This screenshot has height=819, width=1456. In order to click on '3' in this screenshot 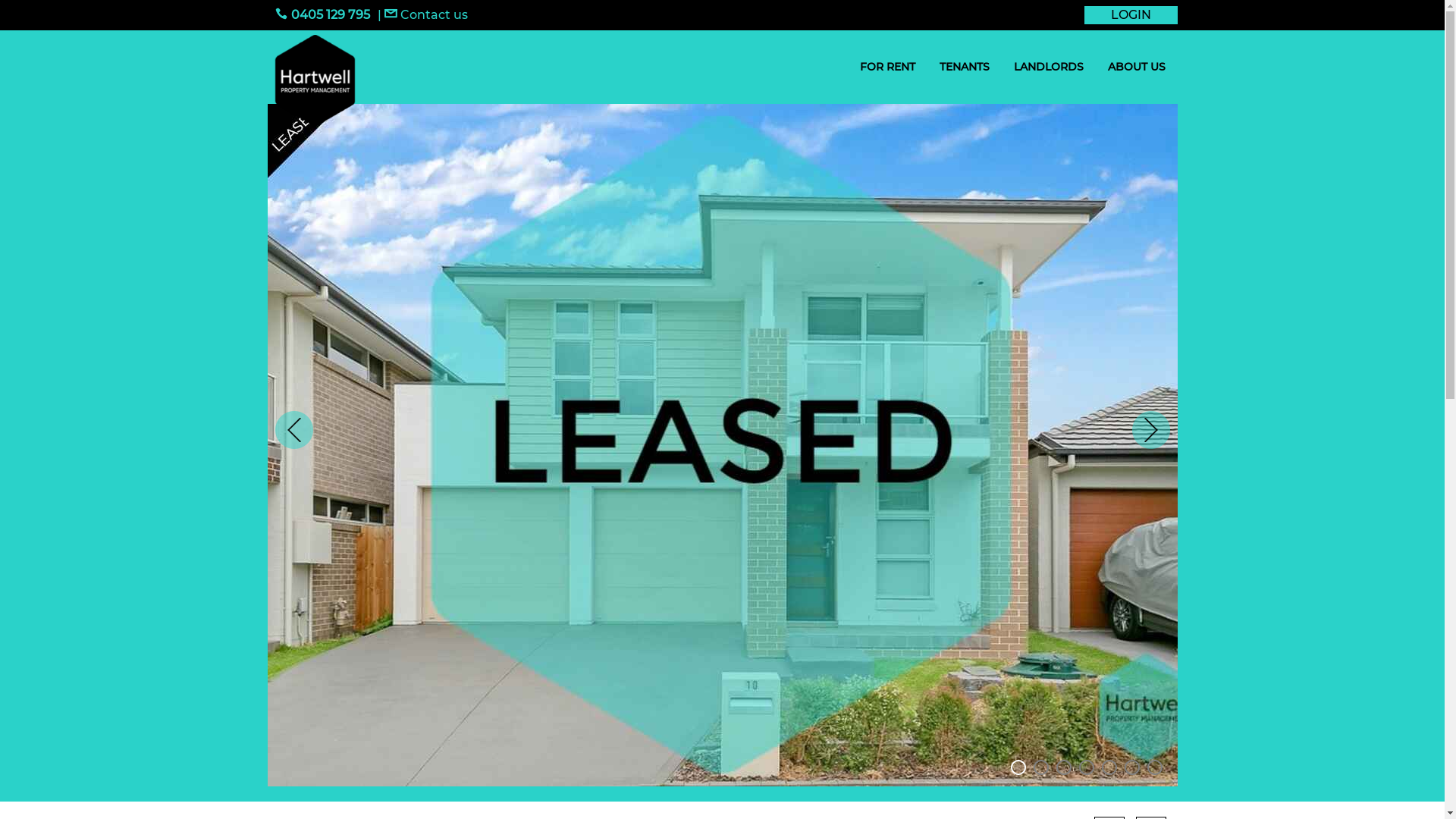, I will do `click(1062, 767)`.